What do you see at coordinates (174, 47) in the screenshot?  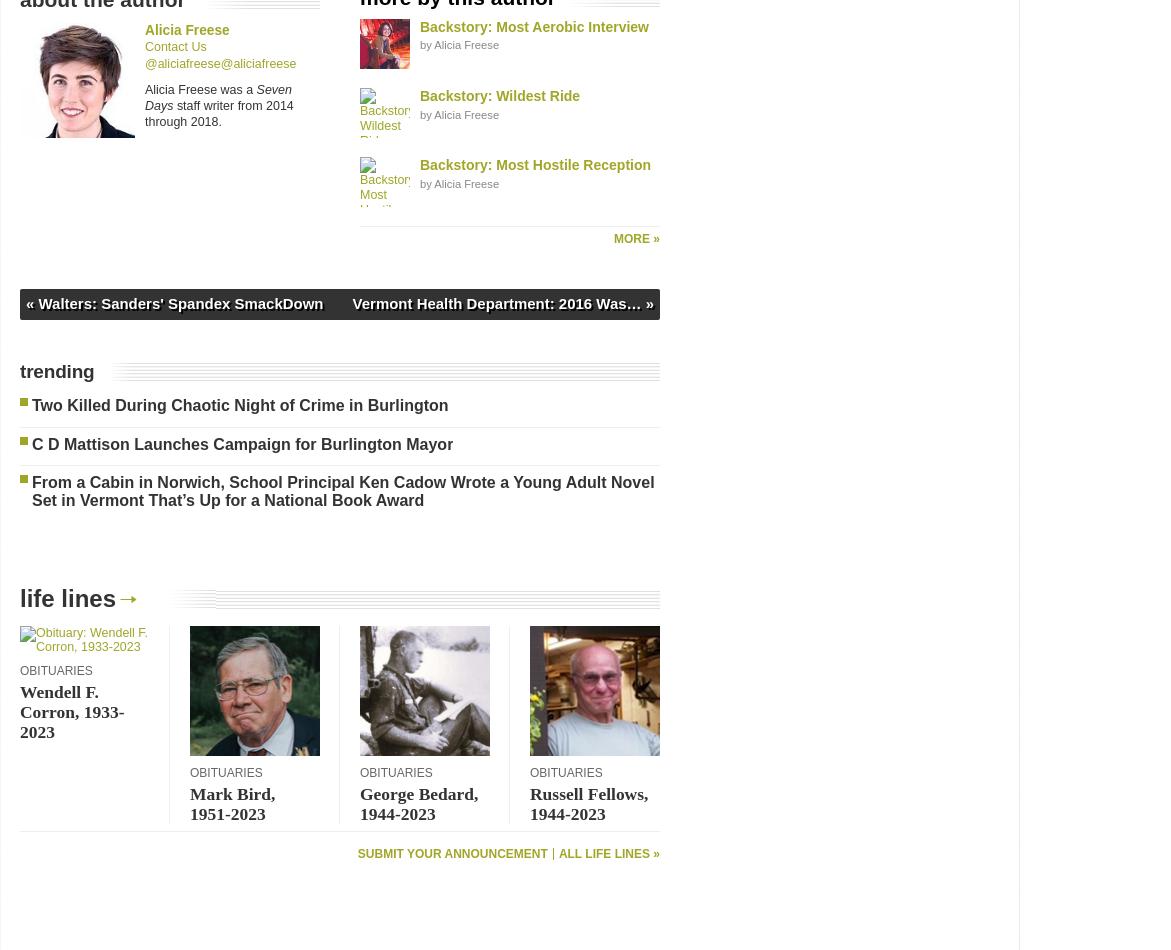 I see `'Contact Us'` at bounding box center [174, 47].